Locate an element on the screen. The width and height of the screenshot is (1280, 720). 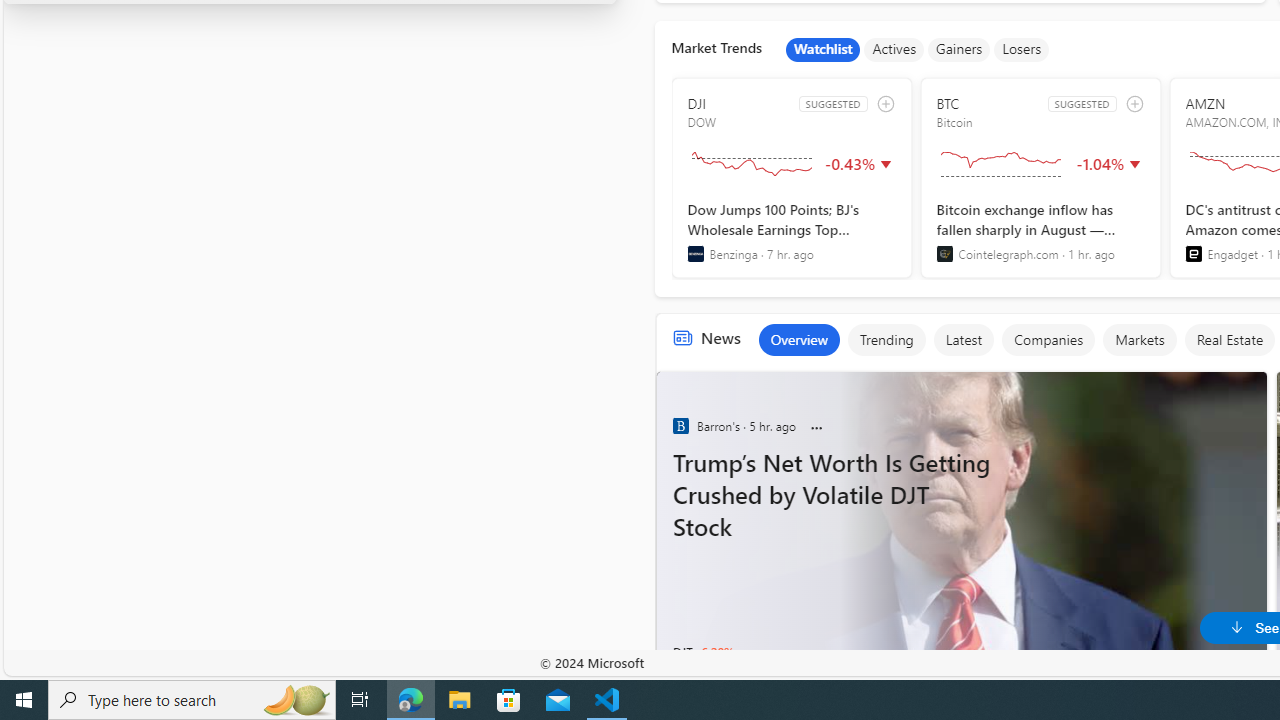
'Overview' is located at coordinates (797, 338).